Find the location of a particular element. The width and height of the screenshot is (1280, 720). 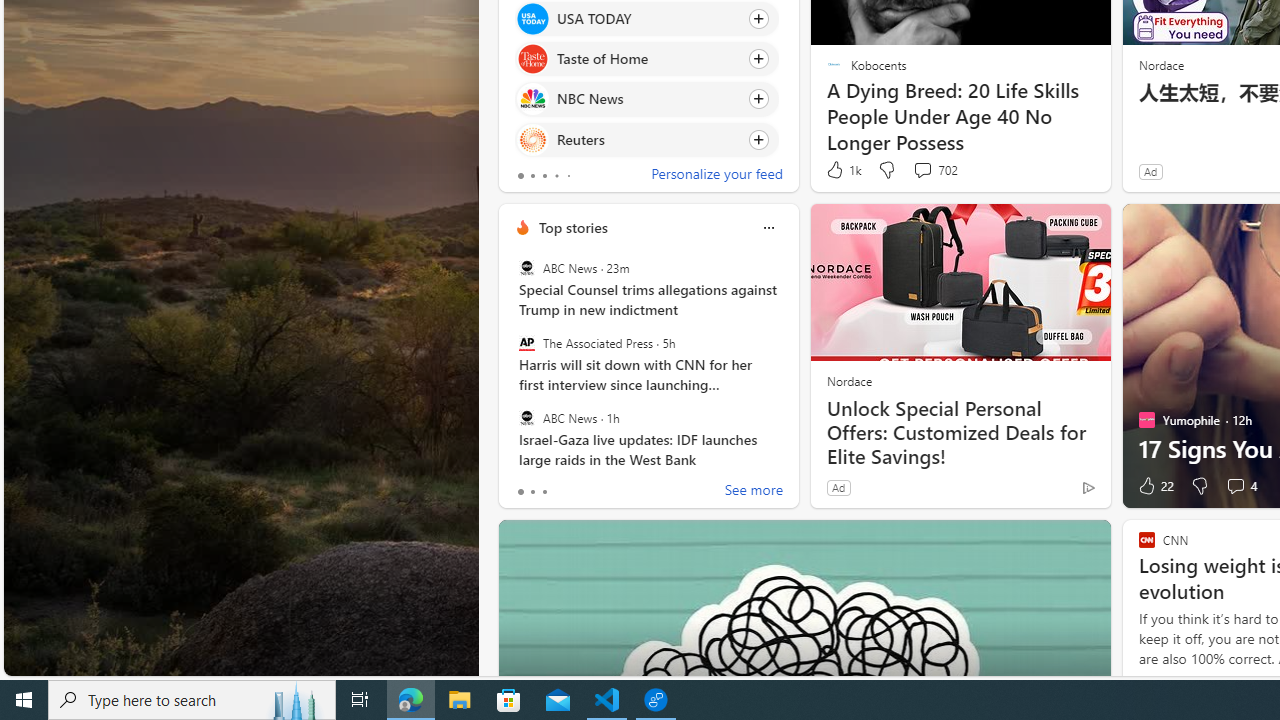

'1k Like' is located at coordinates (842, 169).